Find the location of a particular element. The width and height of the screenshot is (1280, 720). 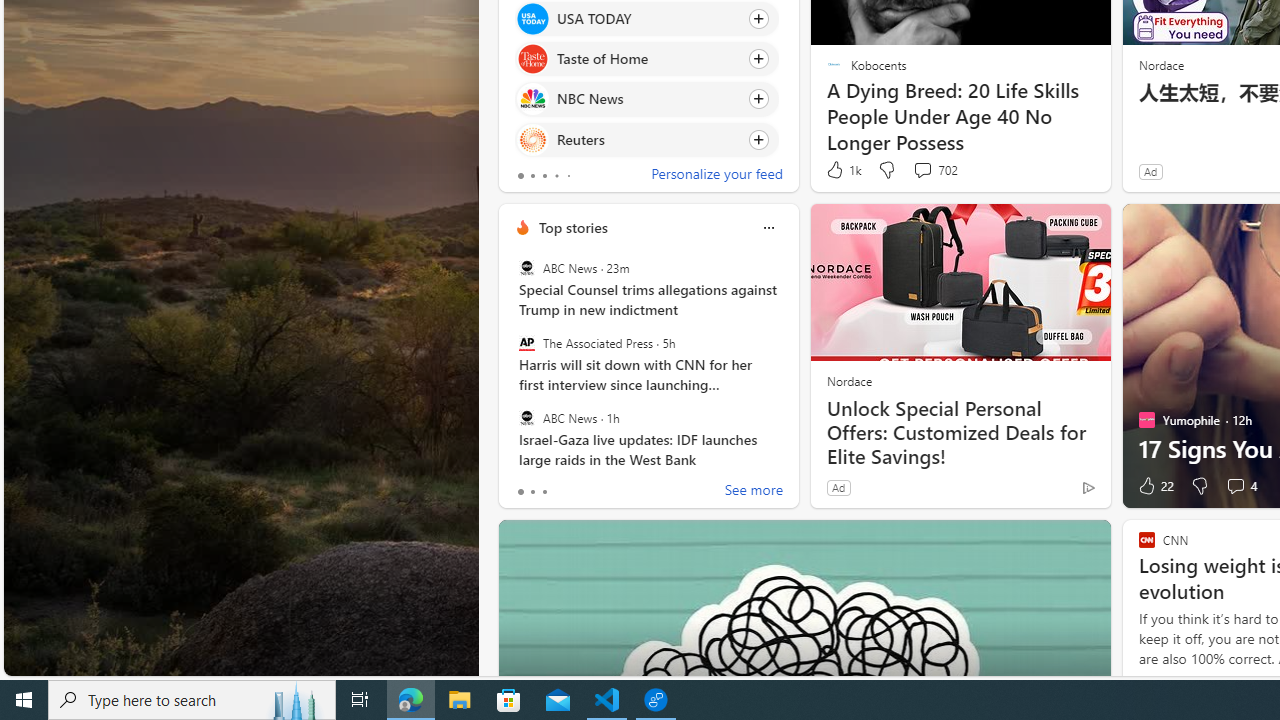

'1k Like' is located at coordinates (842, 169).